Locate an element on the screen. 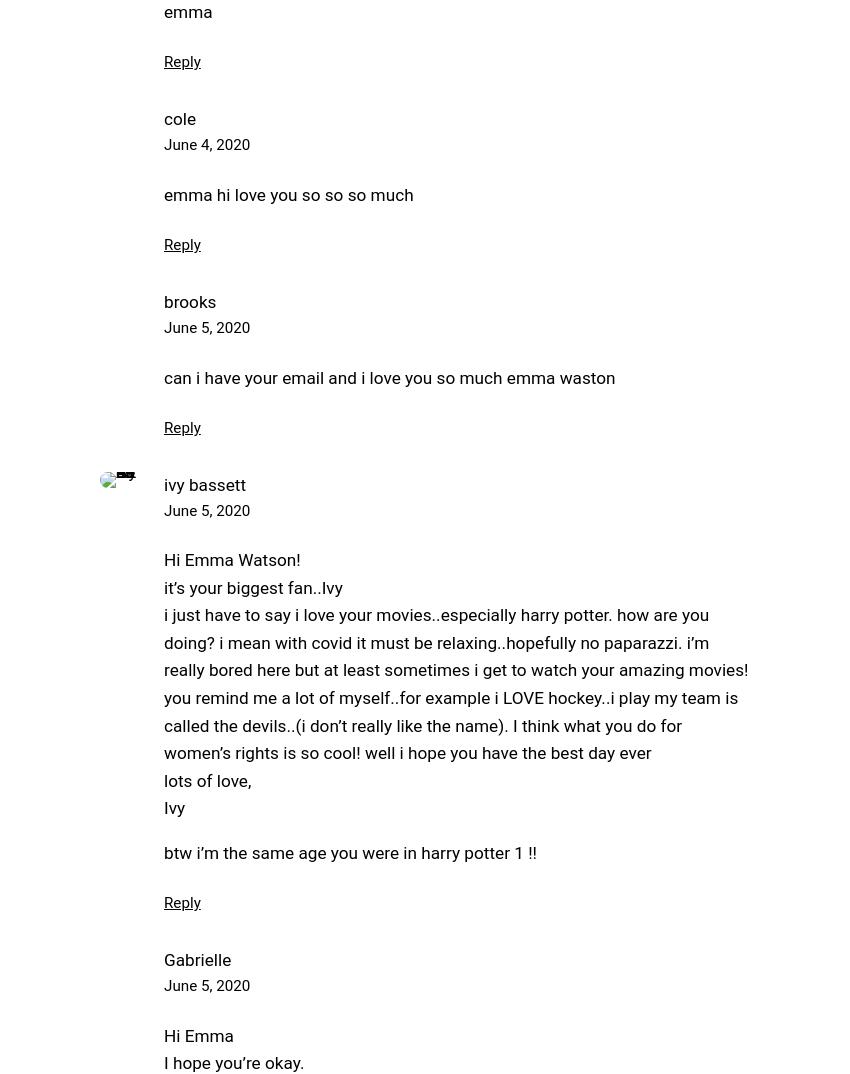 This screenshot has width=850, height=1074. 'Ivy' is located at coordinates (173, 807).